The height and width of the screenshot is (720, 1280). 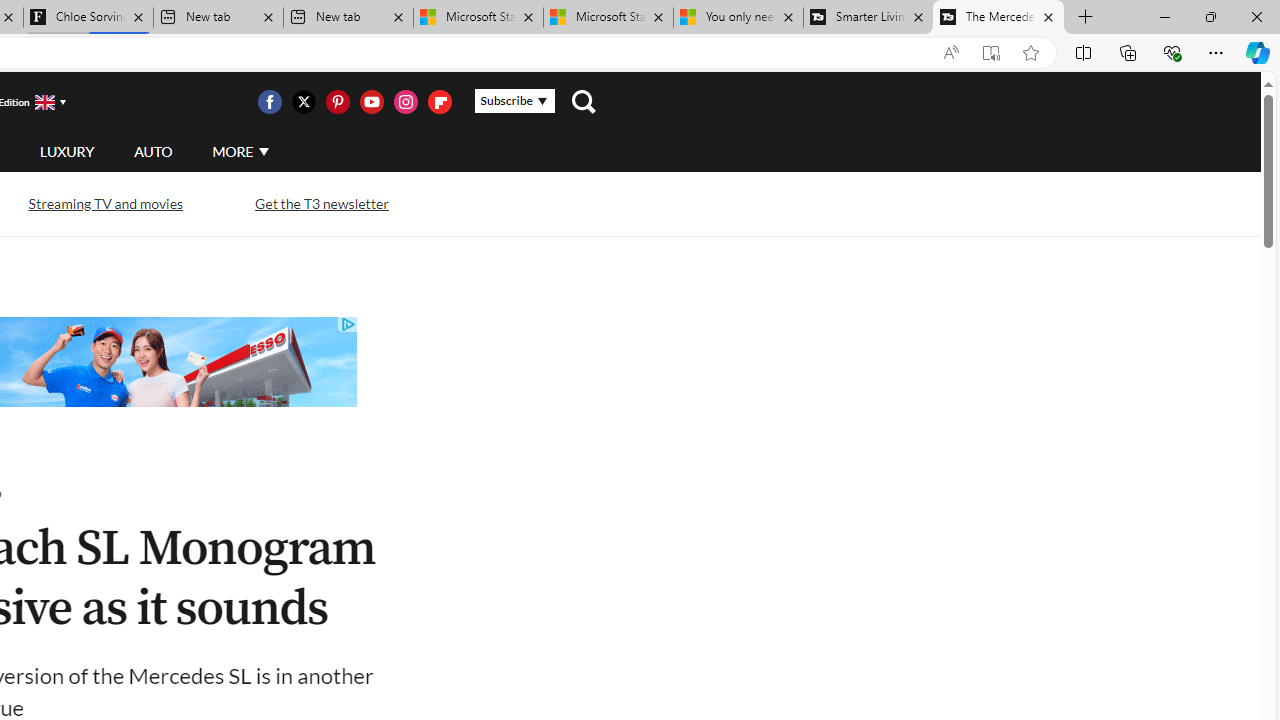 What do you see at coordinates (868, 17) in the screenshot?
I see `'Smarter Living | T3'` at bounding box center [868, 17].